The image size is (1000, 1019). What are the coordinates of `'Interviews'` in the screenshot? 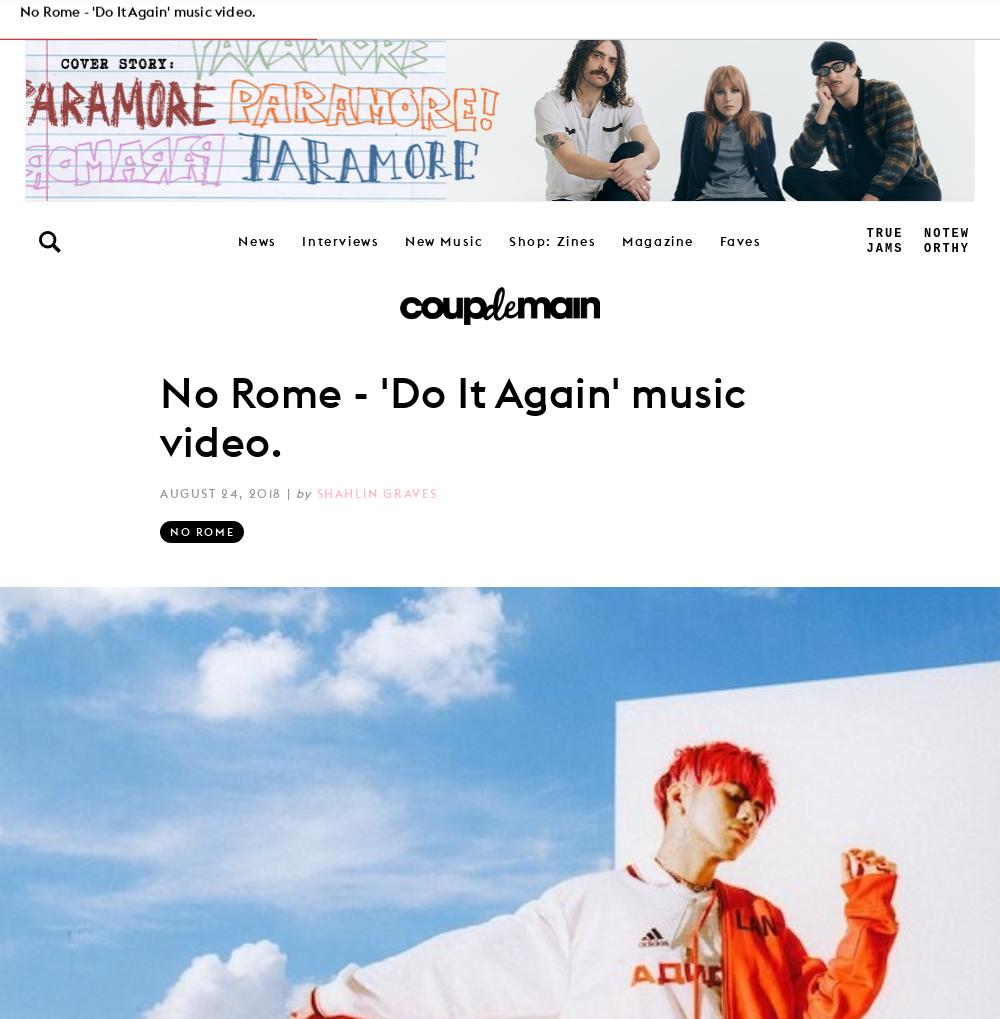 It's located at (339, 239).